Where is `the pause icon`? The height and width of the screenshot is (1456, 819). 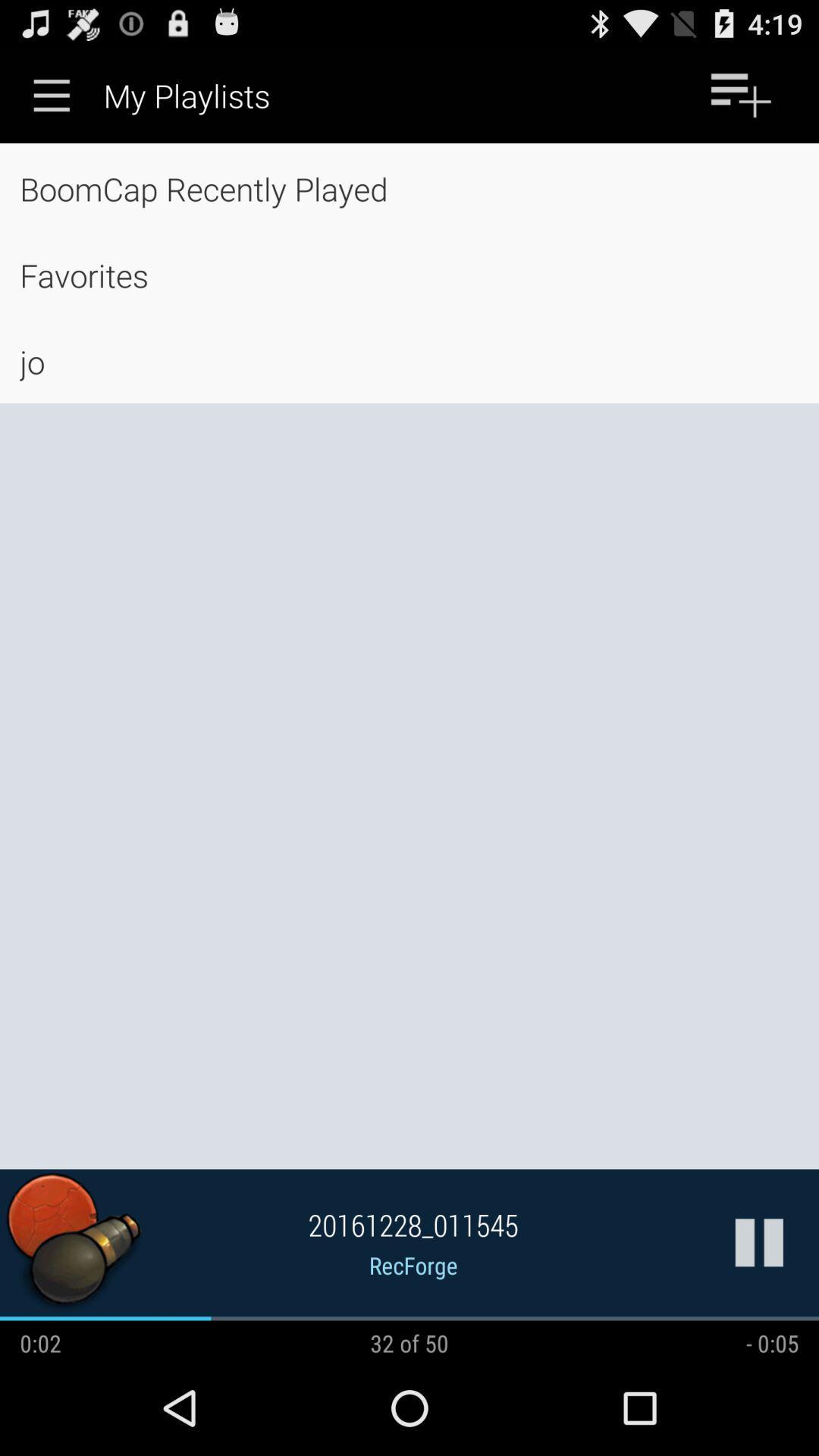
the pause icon is located at coordinates (759, 1329).